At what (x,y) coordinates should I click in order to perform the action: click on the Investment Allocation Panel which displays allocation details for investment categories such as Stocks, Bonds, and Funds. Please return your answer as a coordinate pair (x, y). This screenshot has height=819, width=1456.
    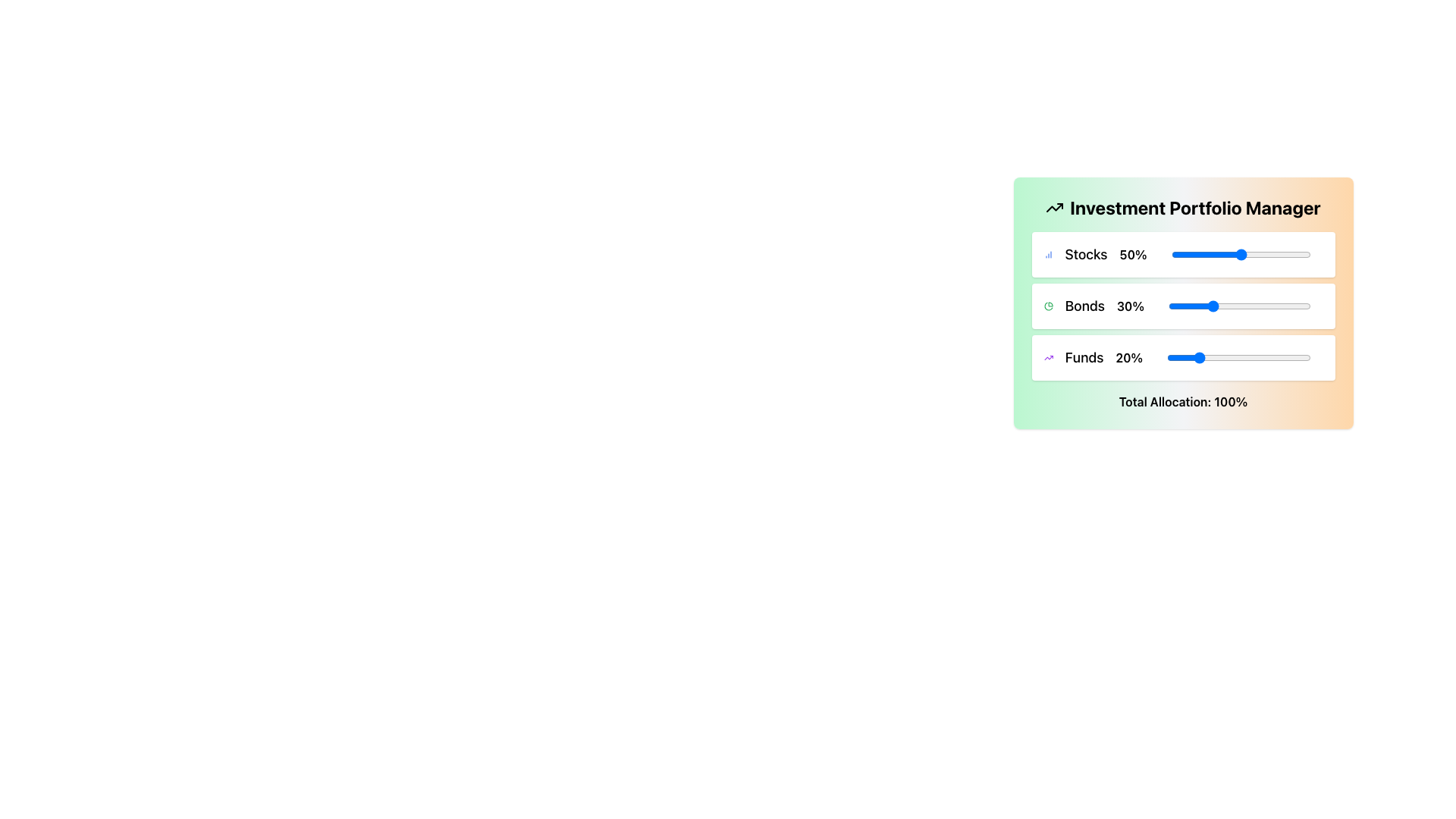
    Looking at the image, I should click on (1182, 306).